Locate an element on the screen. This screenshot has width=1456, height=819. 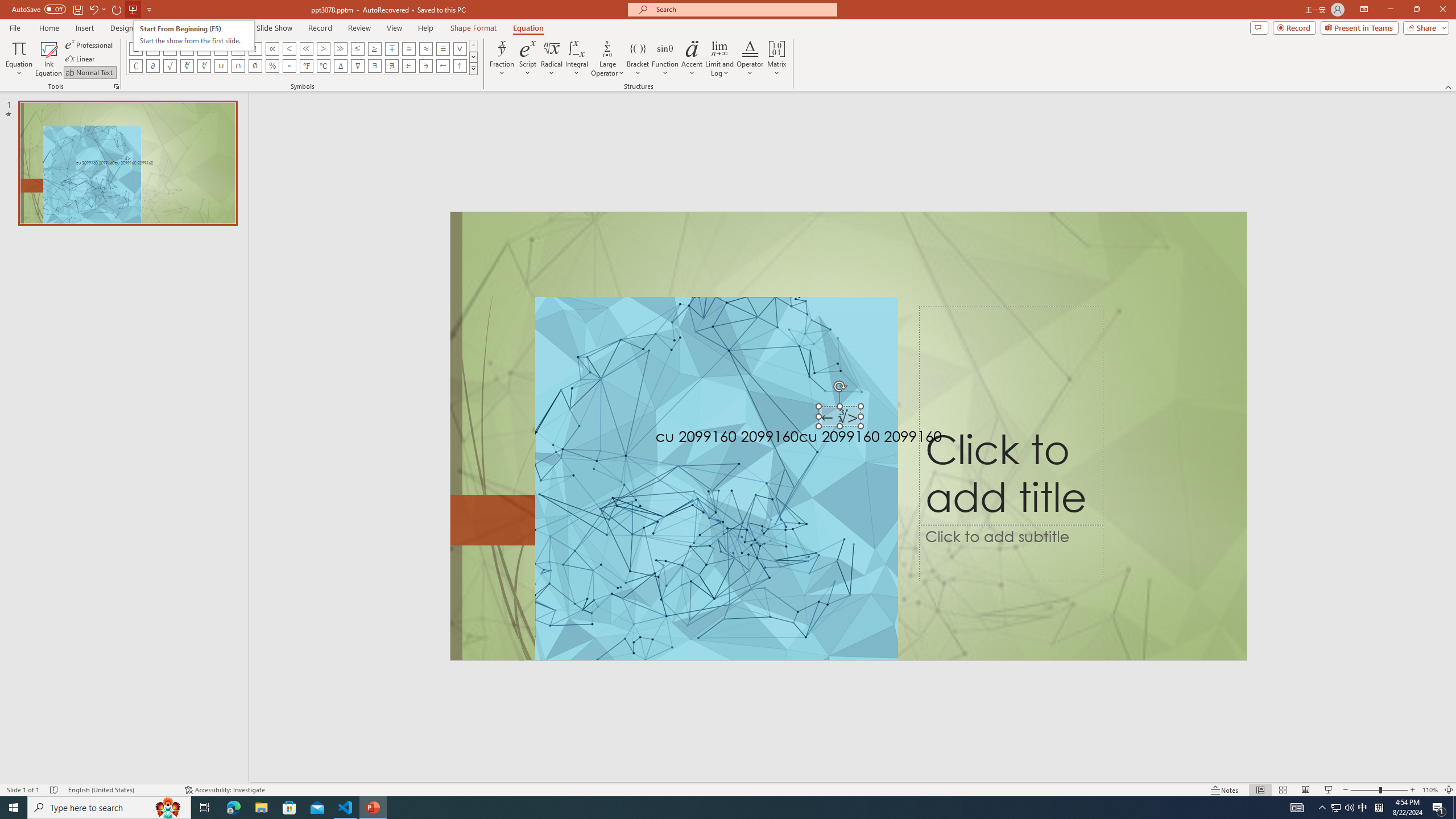
'Equation Symbol Element Of' is located at coordinates (408, 65).